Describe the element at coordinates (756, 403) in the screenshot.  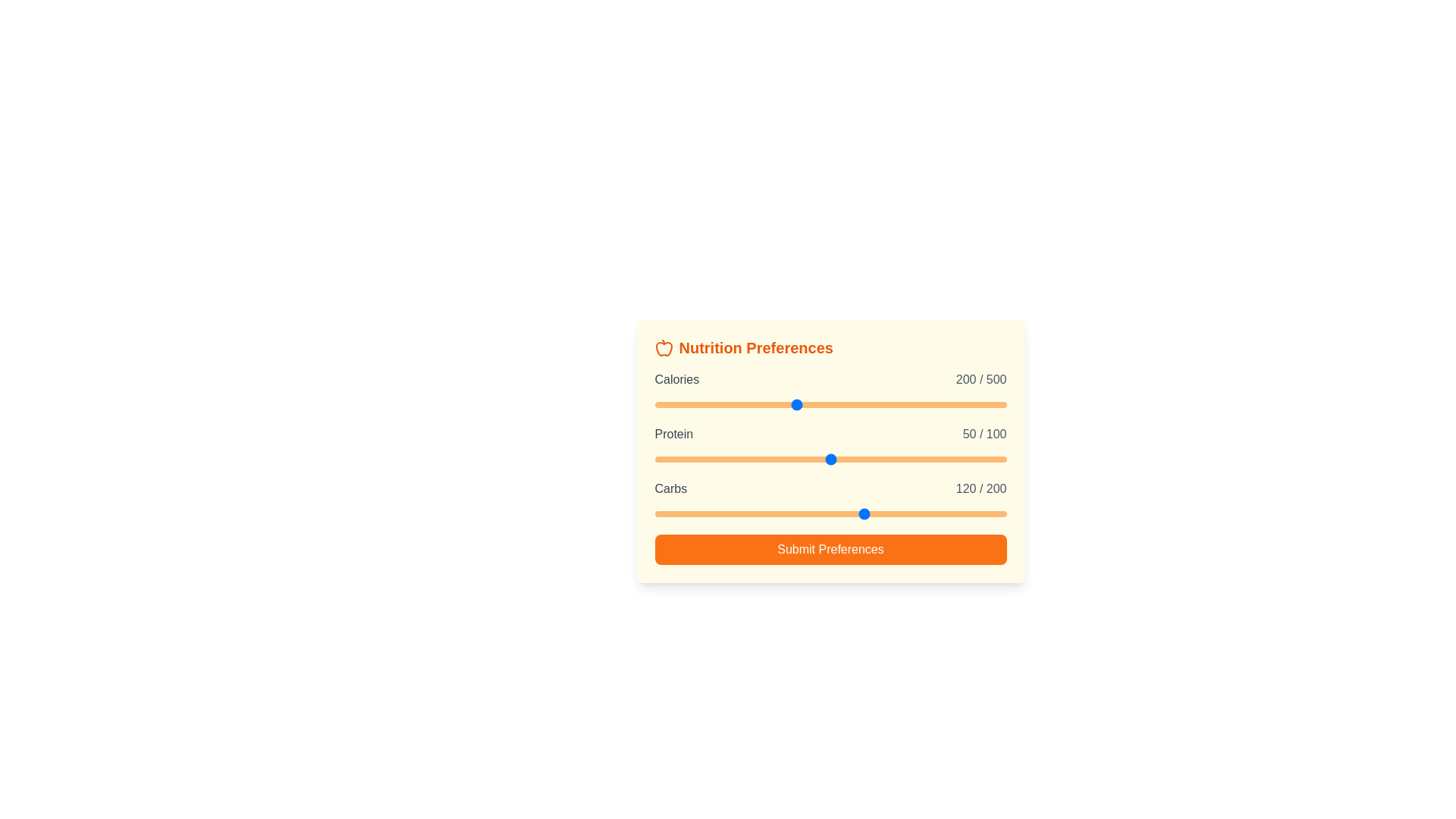
I see `calorie intake` at that location.